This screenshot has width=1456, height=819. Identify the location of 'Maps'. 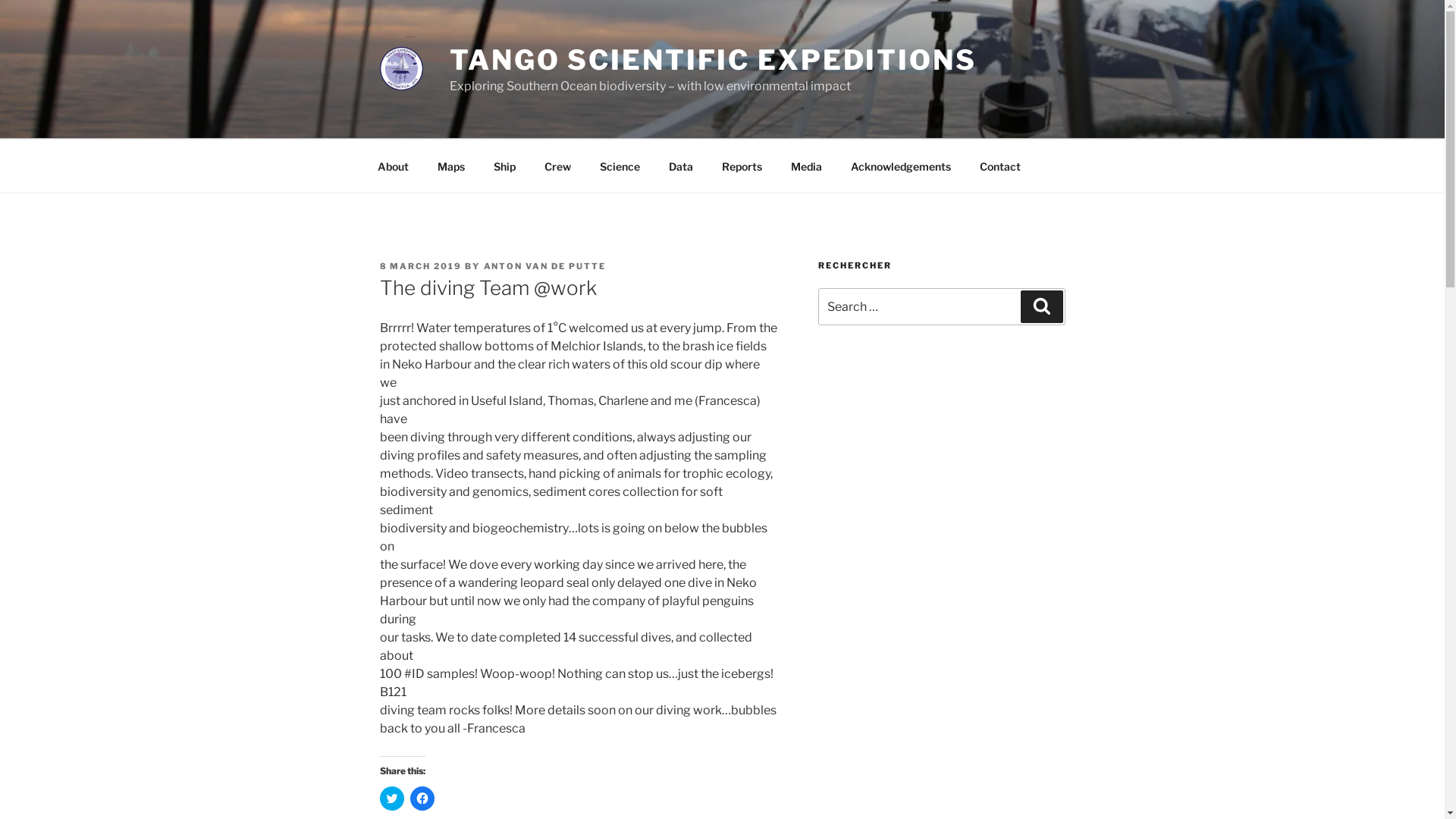
(450, 165).